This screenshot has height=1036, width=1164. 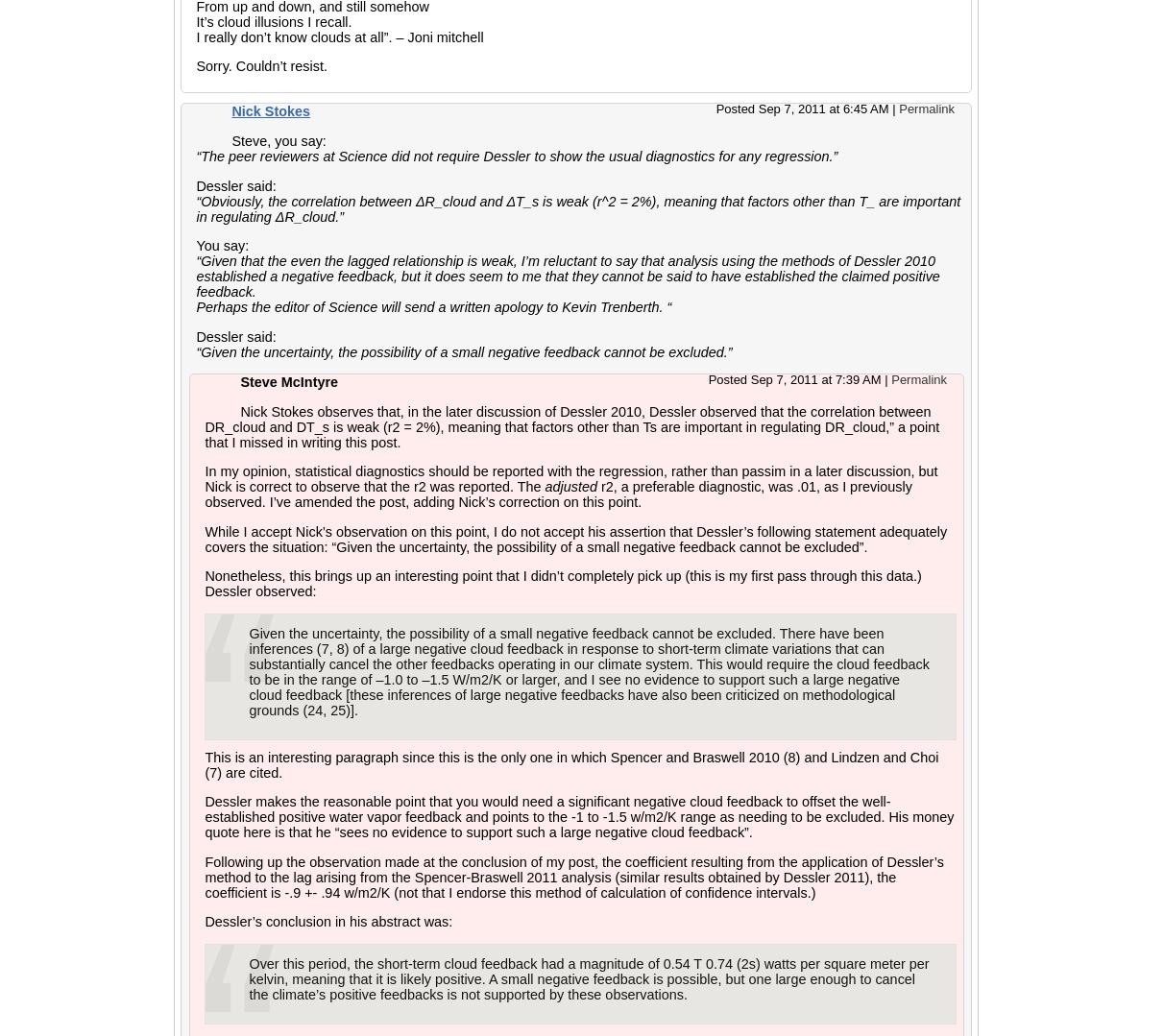 I want to click on 'You say:', so click(x=222, y=246).